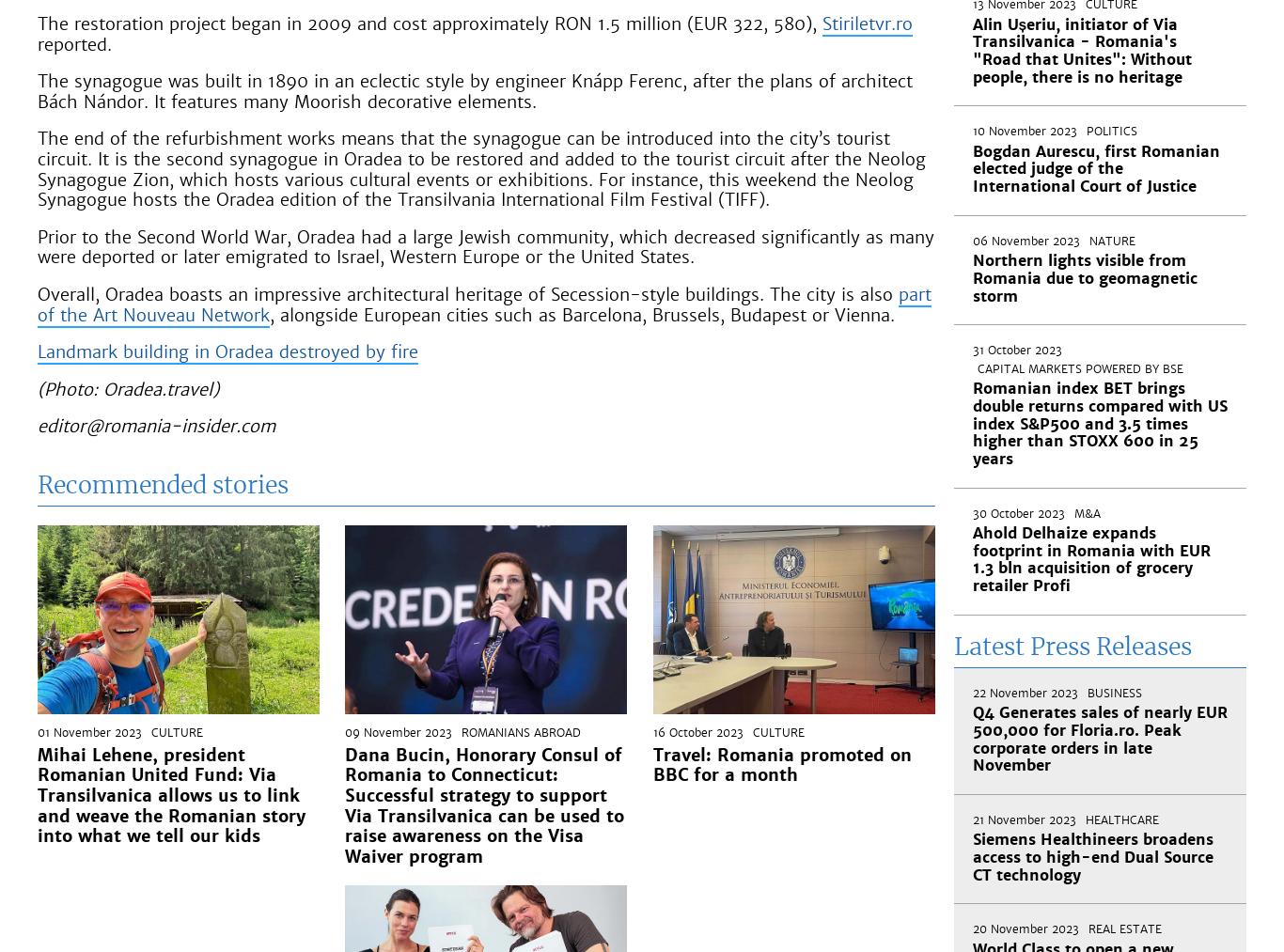 The width and height of the screenshot is (1284, 952). What do you see at coordinates (1079, 368) in the screenshot?
I see `'Capital markets powered by BSE'` at bounding box center [1079, 368].